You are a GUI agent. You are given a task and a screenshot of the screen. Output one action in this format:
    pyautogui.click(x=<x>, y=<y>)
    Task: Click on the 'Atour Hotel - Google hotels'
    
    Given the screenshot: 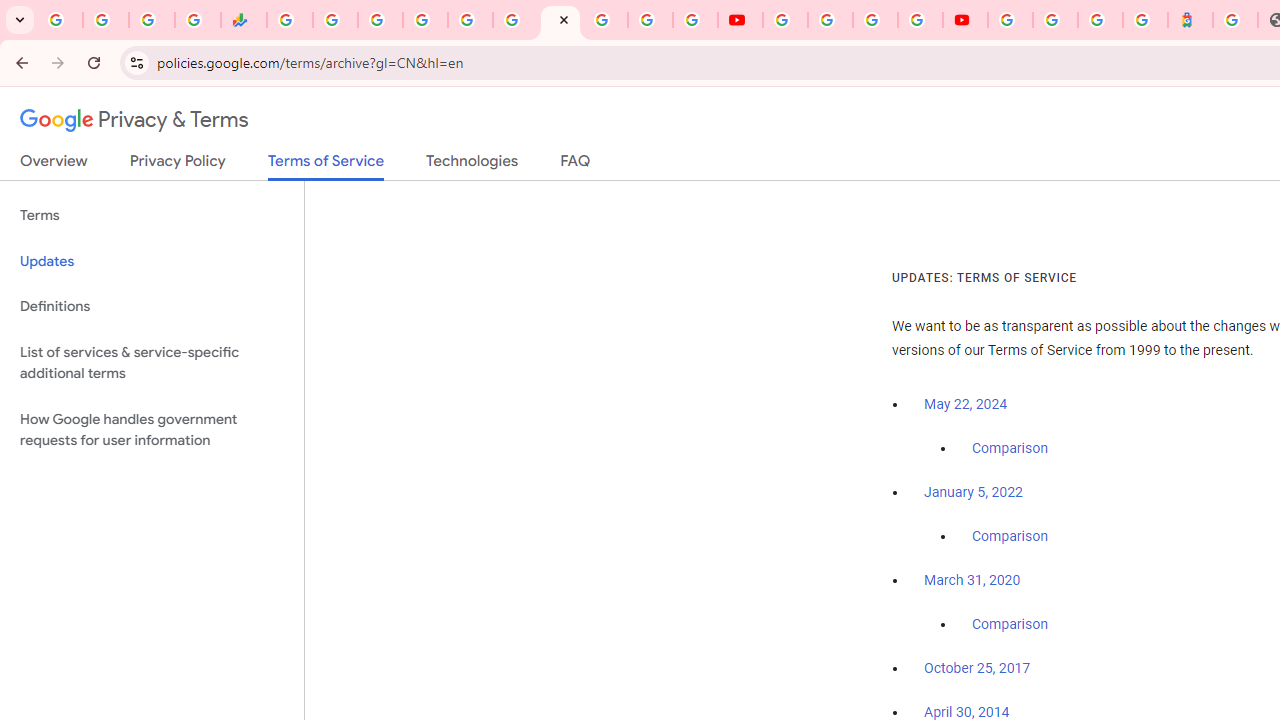 What is the action you would take?
    pyautogui.click(x=1190, y=20)
    